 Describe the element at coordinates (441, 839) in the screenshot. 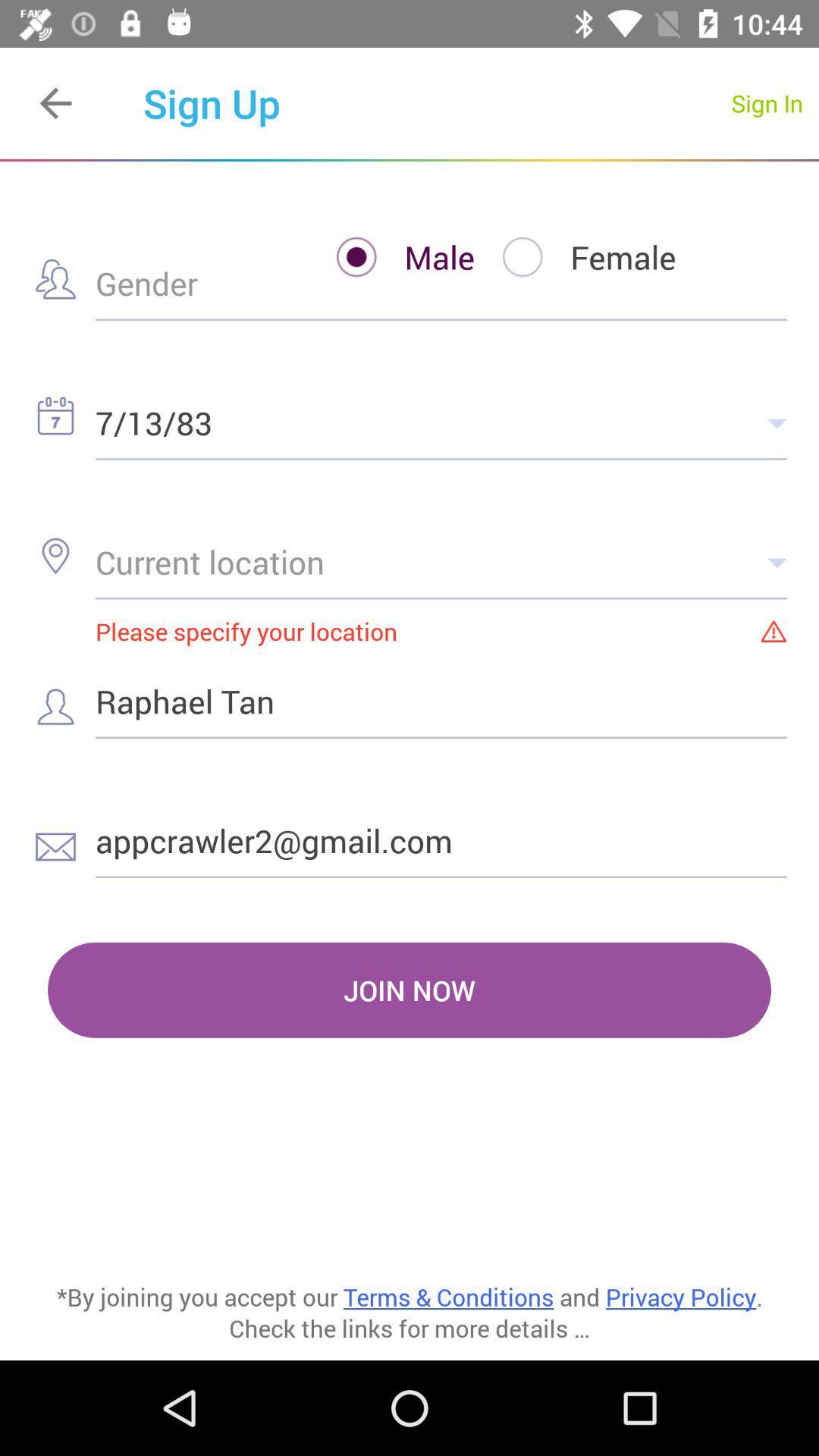

I see `the appcrawler2@gmail.com` at that location.